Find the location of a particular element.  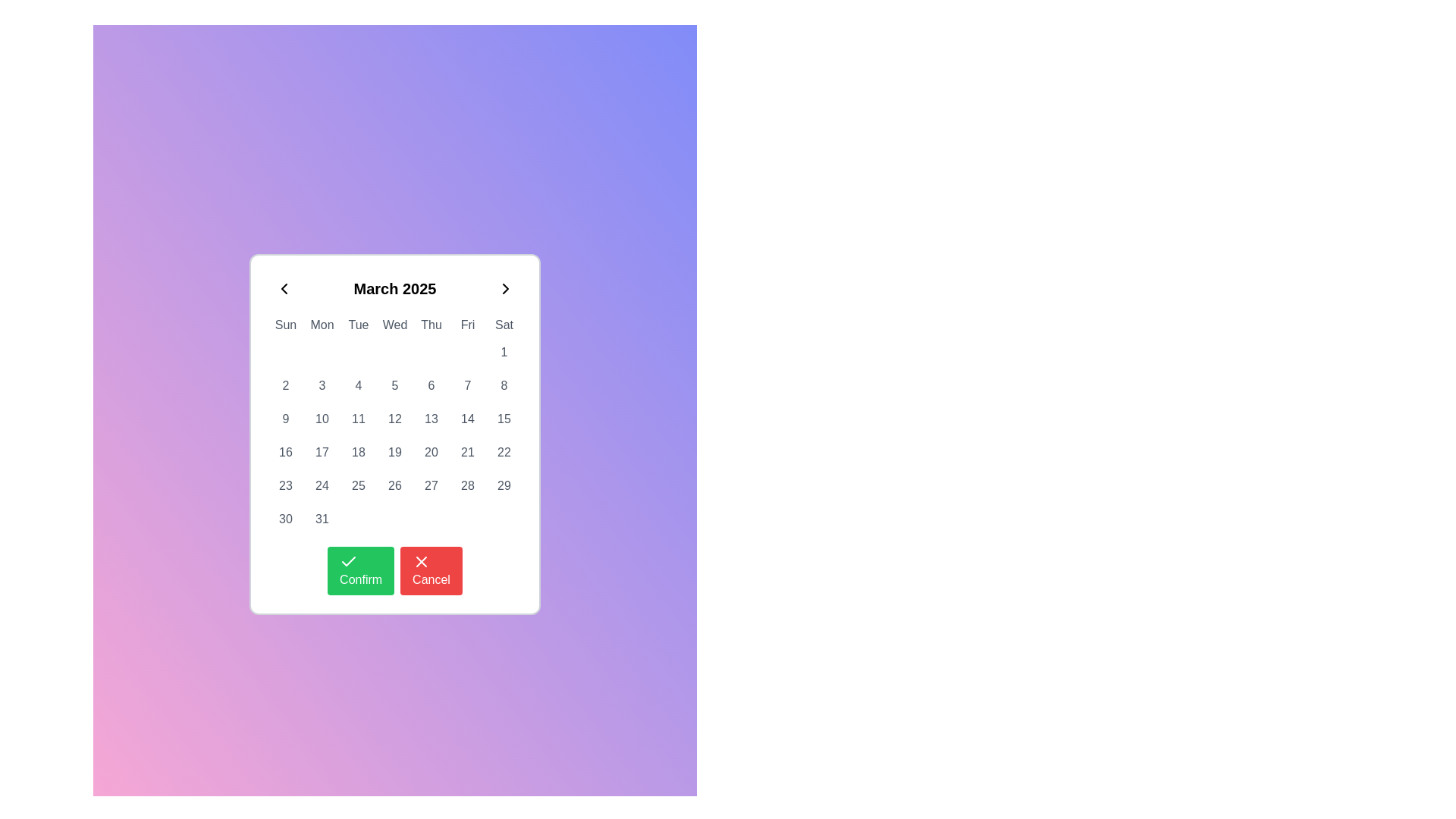

the button representing the fourth day of the month in the calendar interface is located at coordinates (358, 385).